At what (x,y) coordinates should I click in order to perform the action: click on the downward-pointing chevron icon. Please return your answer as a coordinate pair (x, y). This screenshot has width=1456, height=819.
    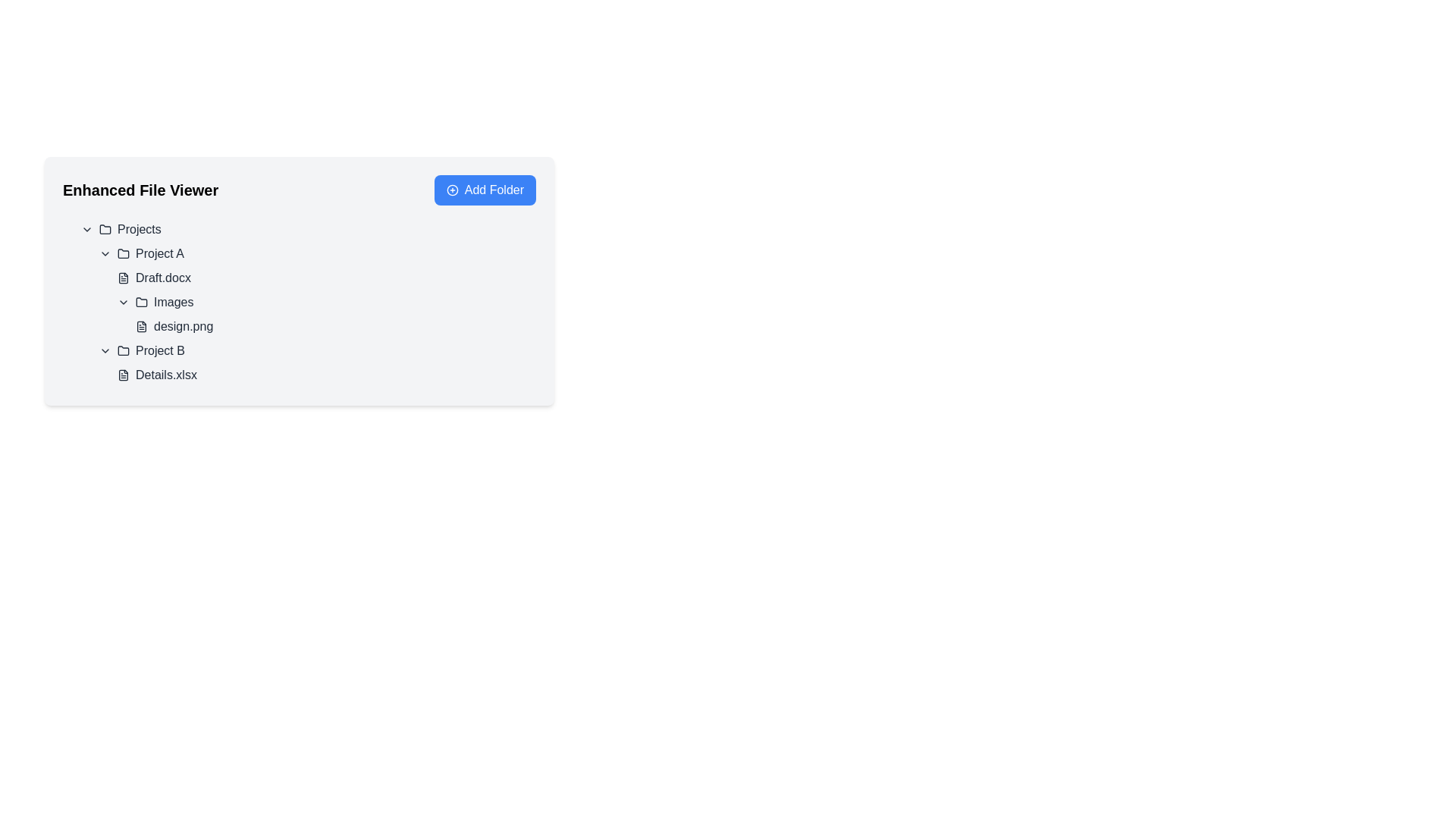
    Looking at the image, I should click on (105, 350).